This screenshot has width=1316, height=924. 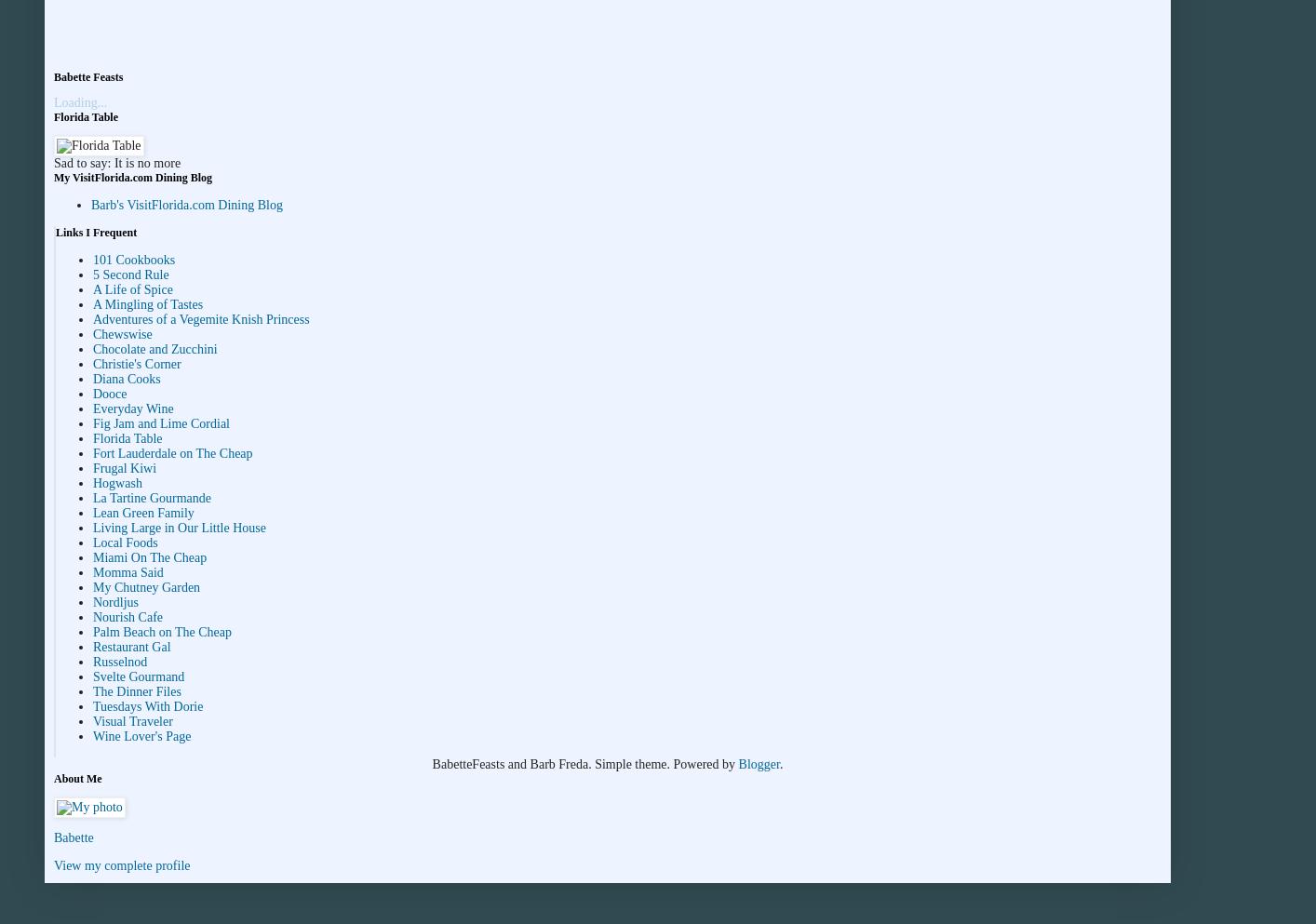 I want to click on 'Babette', so click(x=74, y=837).